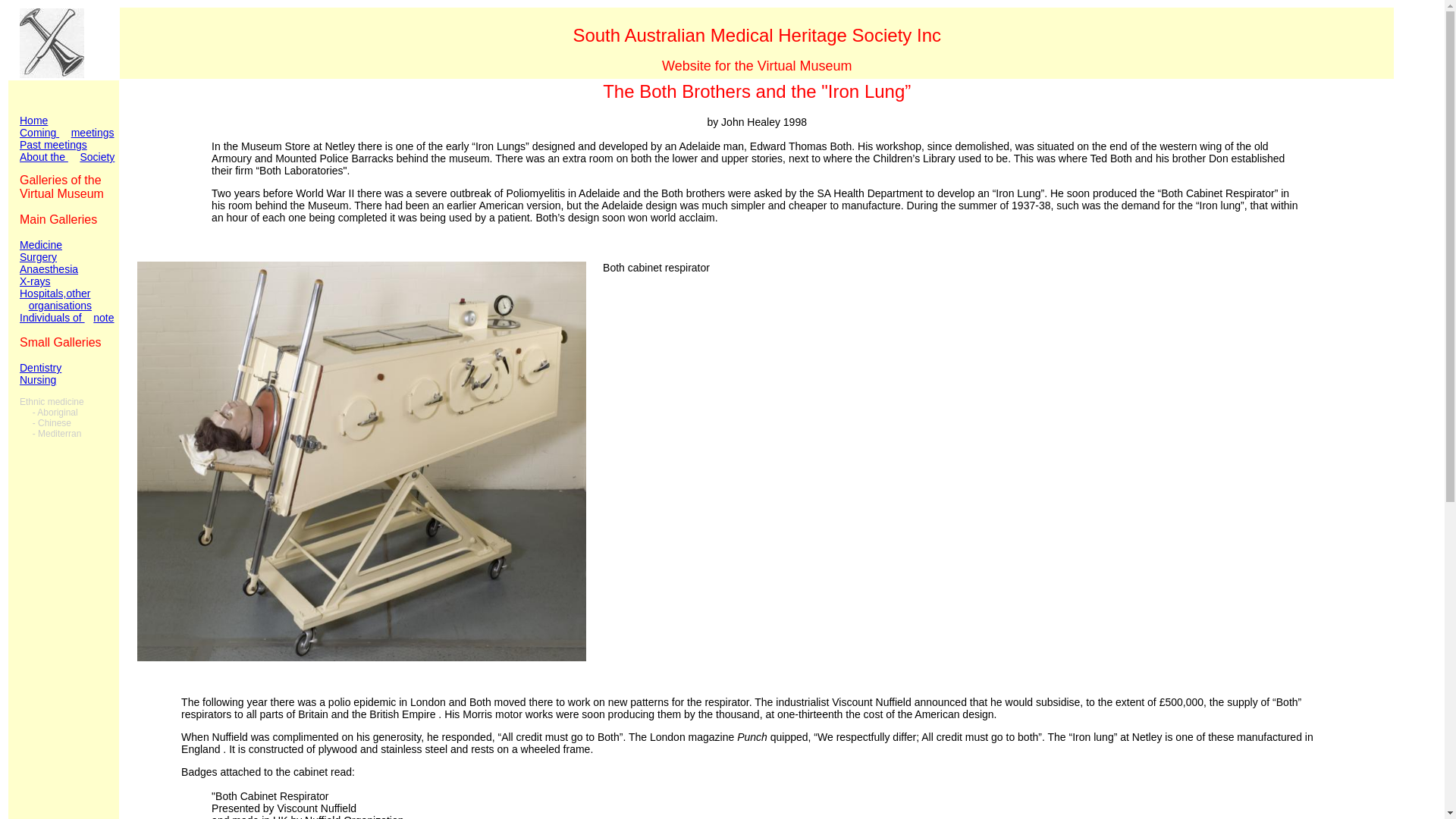  What do you see at coordinates (39, 138) in the screenshot?
I see `'Coming'` at bounding box center [39, 138].